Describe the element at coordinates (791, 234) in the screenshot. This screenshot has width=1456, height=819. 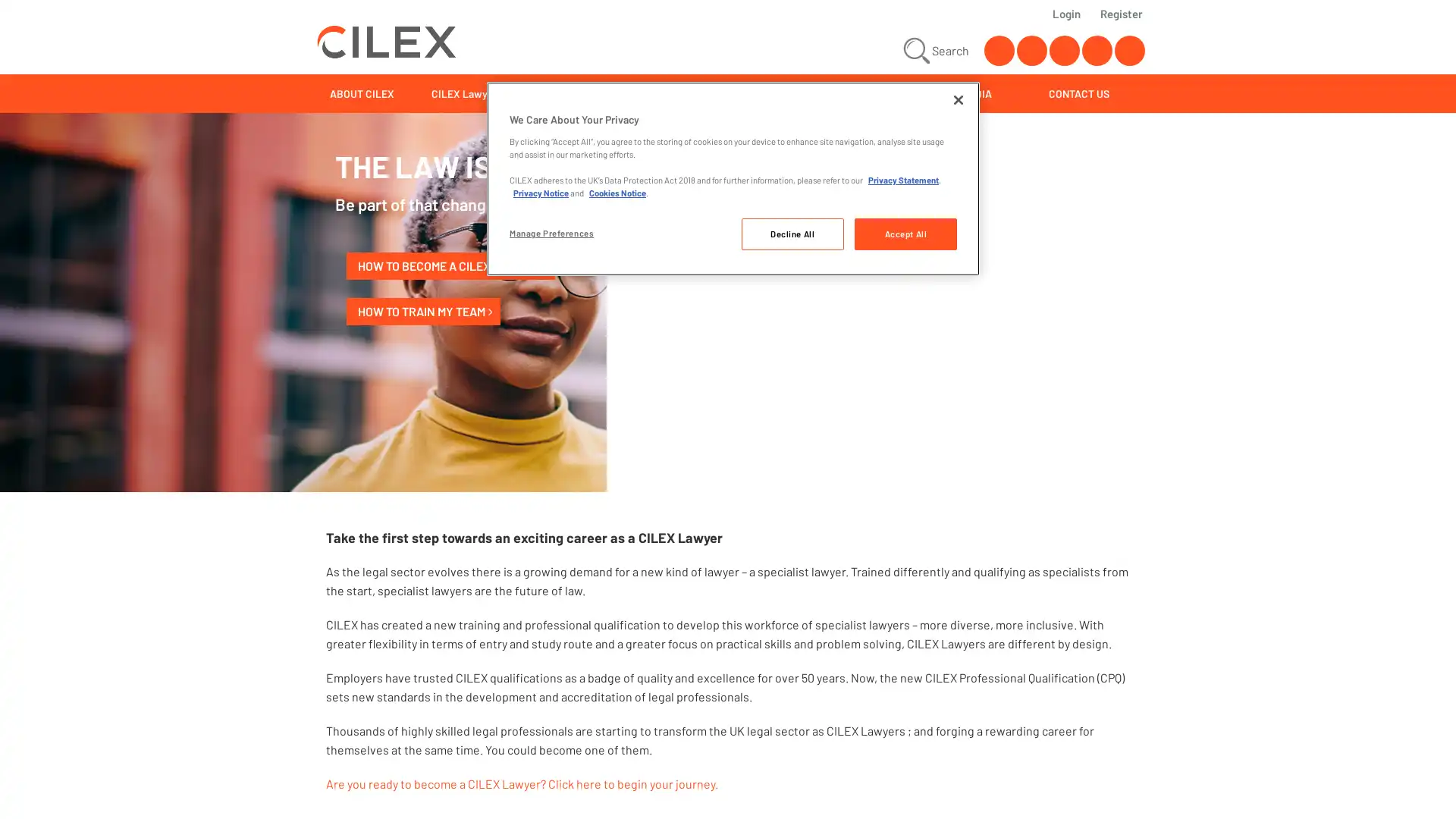
I see `Decline All` at that location.